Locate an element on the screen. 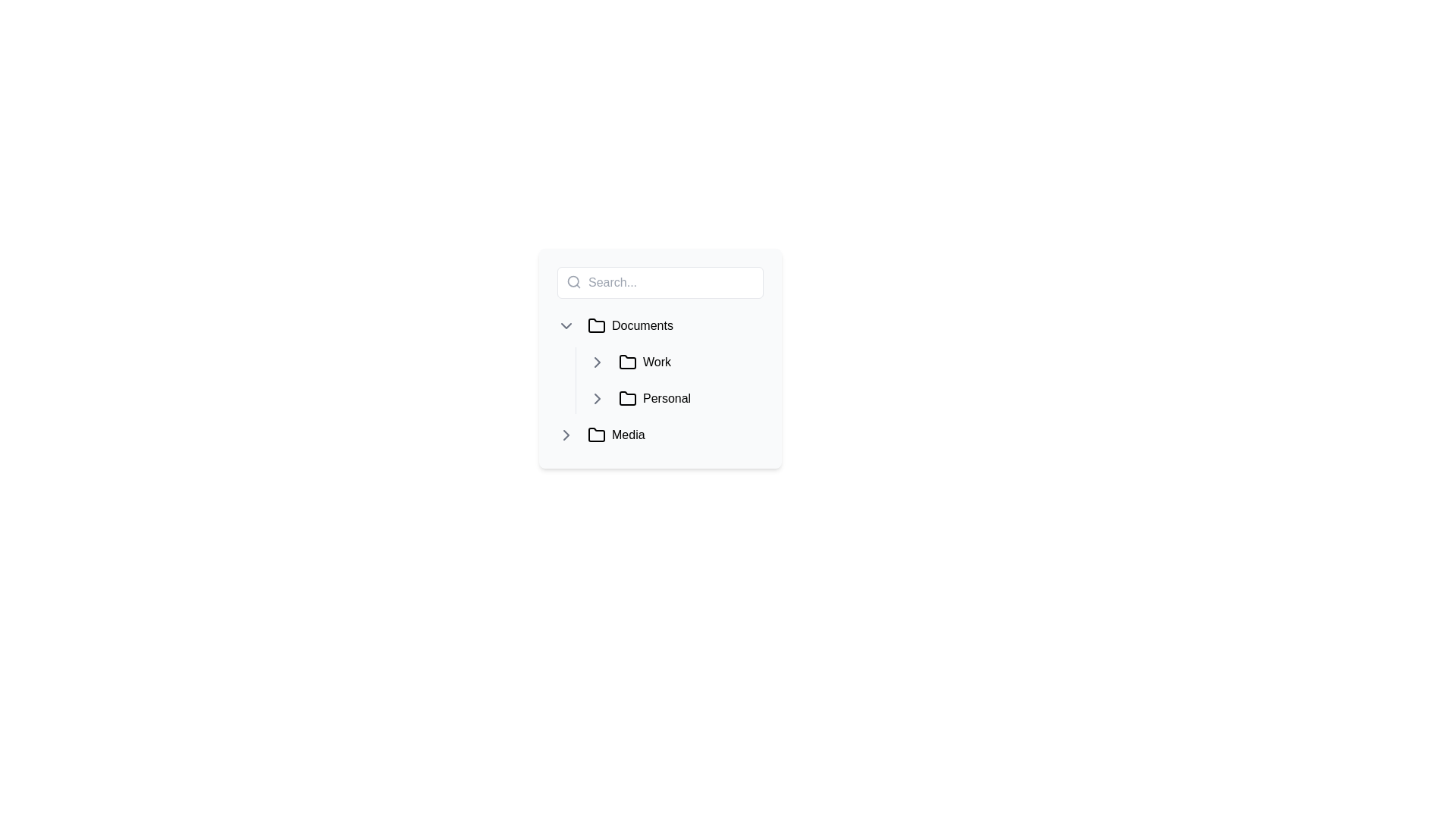 The height and width of the screenshot is (819, 1456). the disclosure icon located to the left of the 'Work' label is located at coordinates (596, 362).